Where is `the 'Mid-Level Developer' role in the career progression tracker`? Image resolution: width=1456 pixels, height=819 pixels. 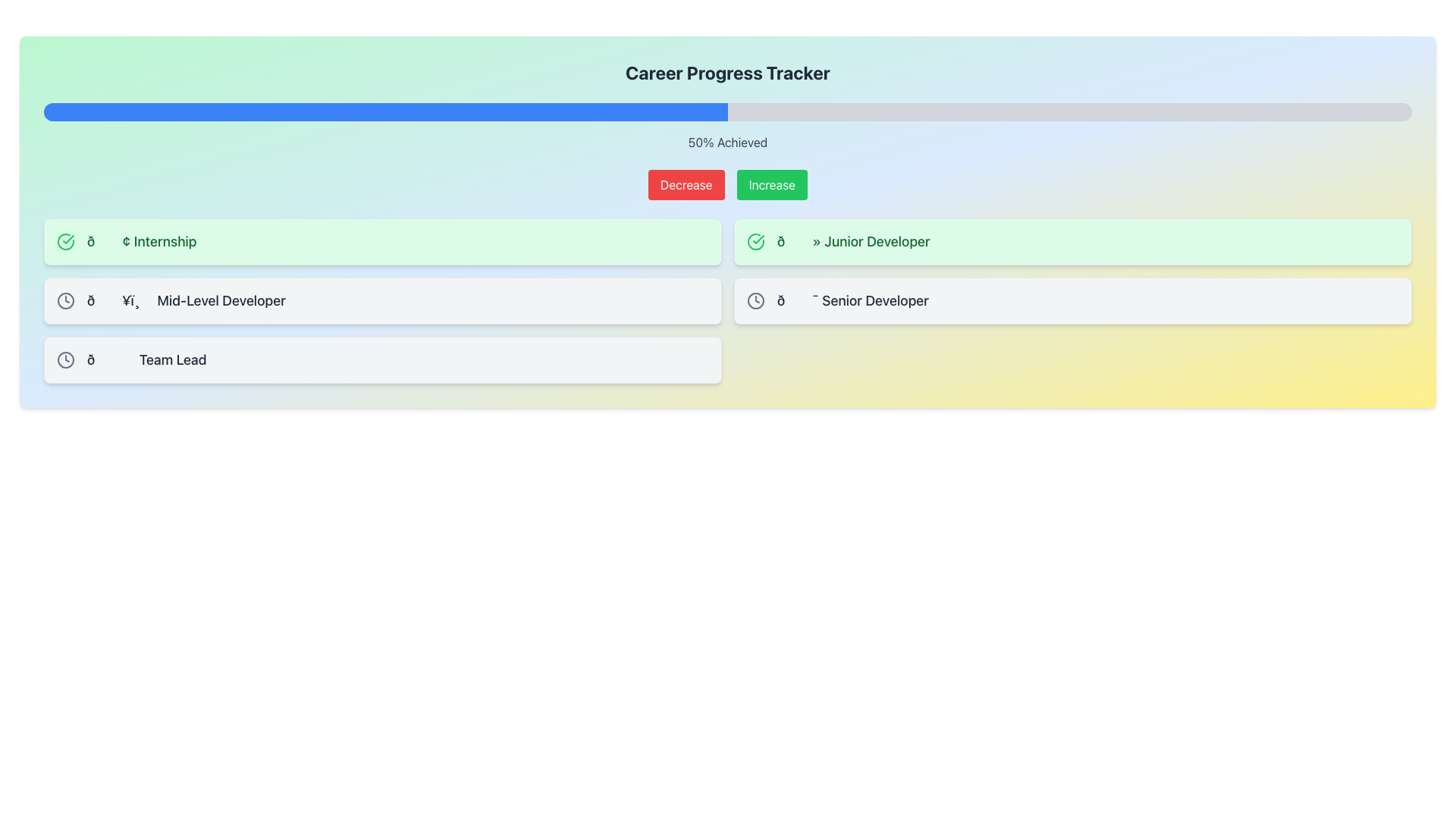
the 'Mid-Level Developer' role in the career progression tracker is located at coordinates (382, 301).